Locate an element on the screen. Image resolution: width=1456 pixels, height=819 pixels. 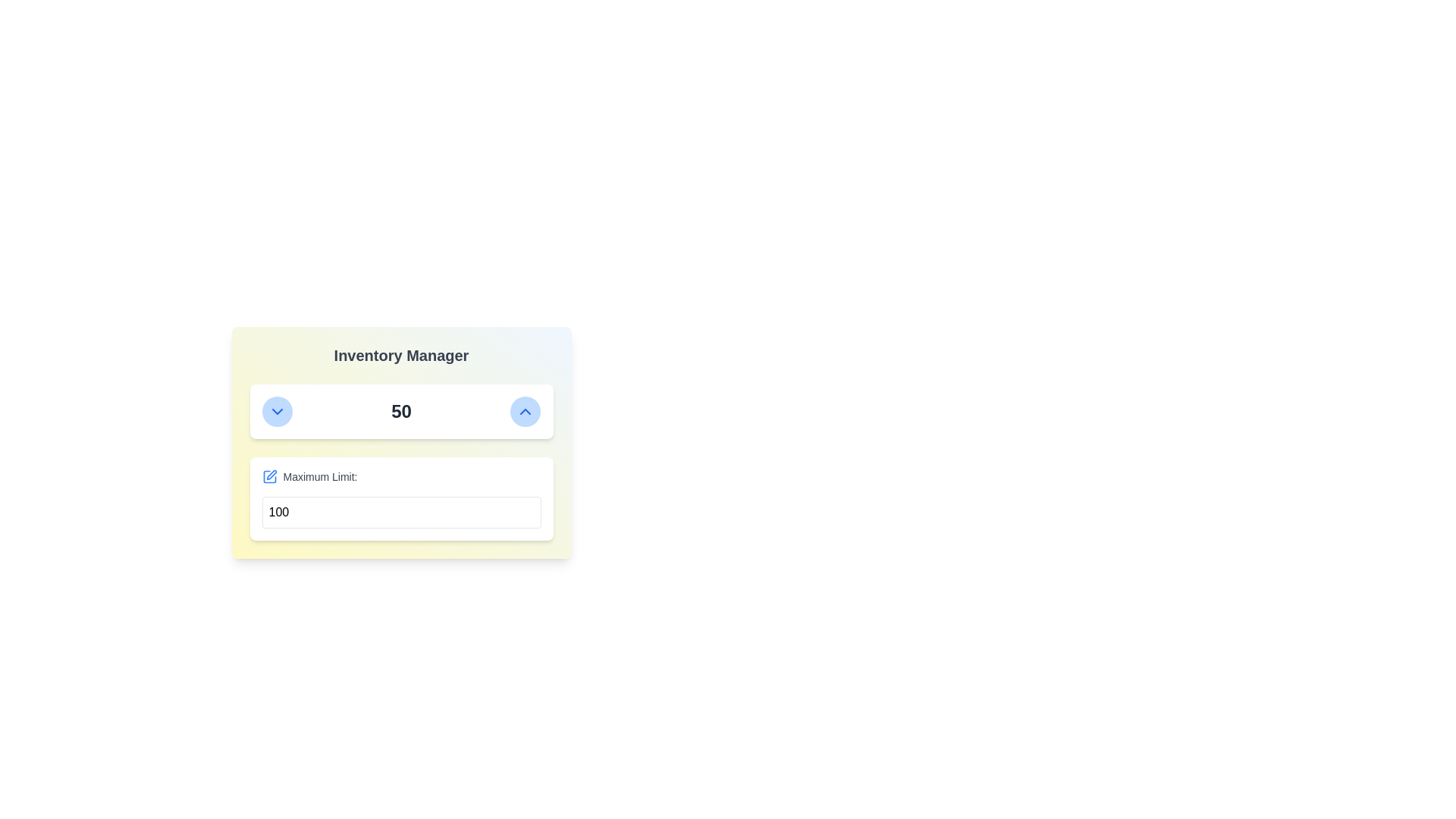
the editable input field in the 'Inventory Manager' card is located at coordinates (401, 499).